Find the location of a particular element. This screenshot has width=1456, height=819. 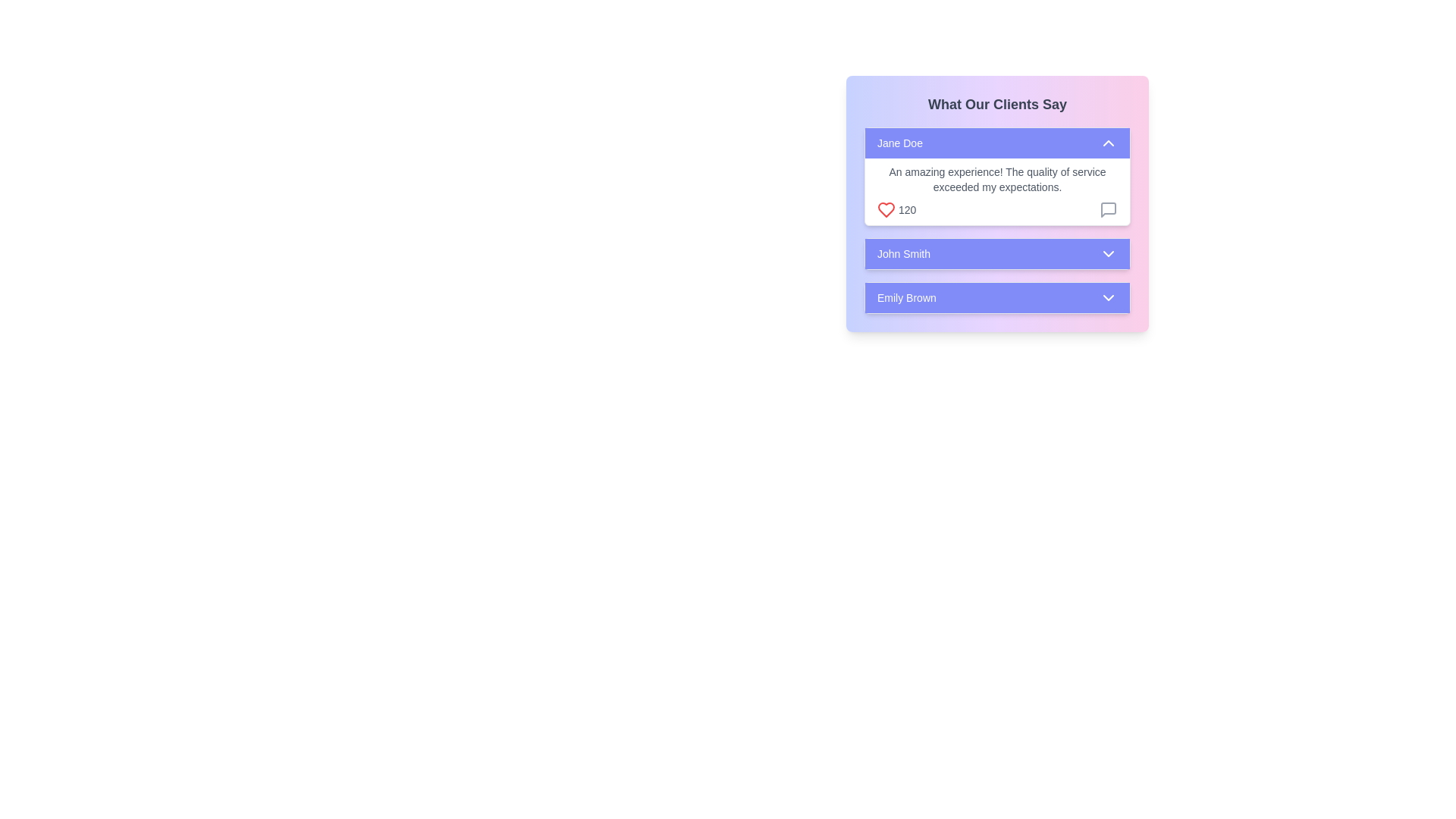

displayed text 'Emily Brown' which is positioned on a purple button-like background within the 'What Our Clients Say' panel is located at coordinates (906, 298).